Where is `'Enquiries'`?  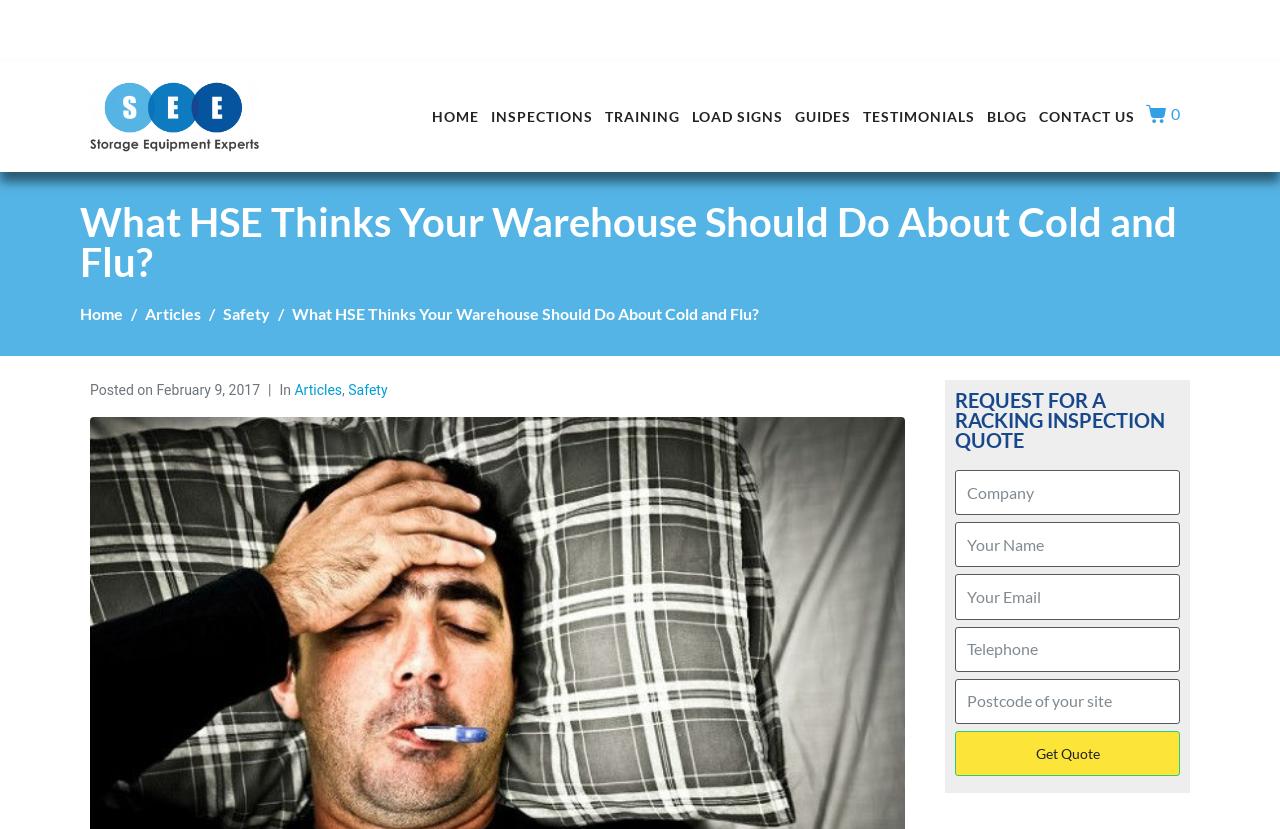
'Enquiries' is located at coordinates (1020, 19).